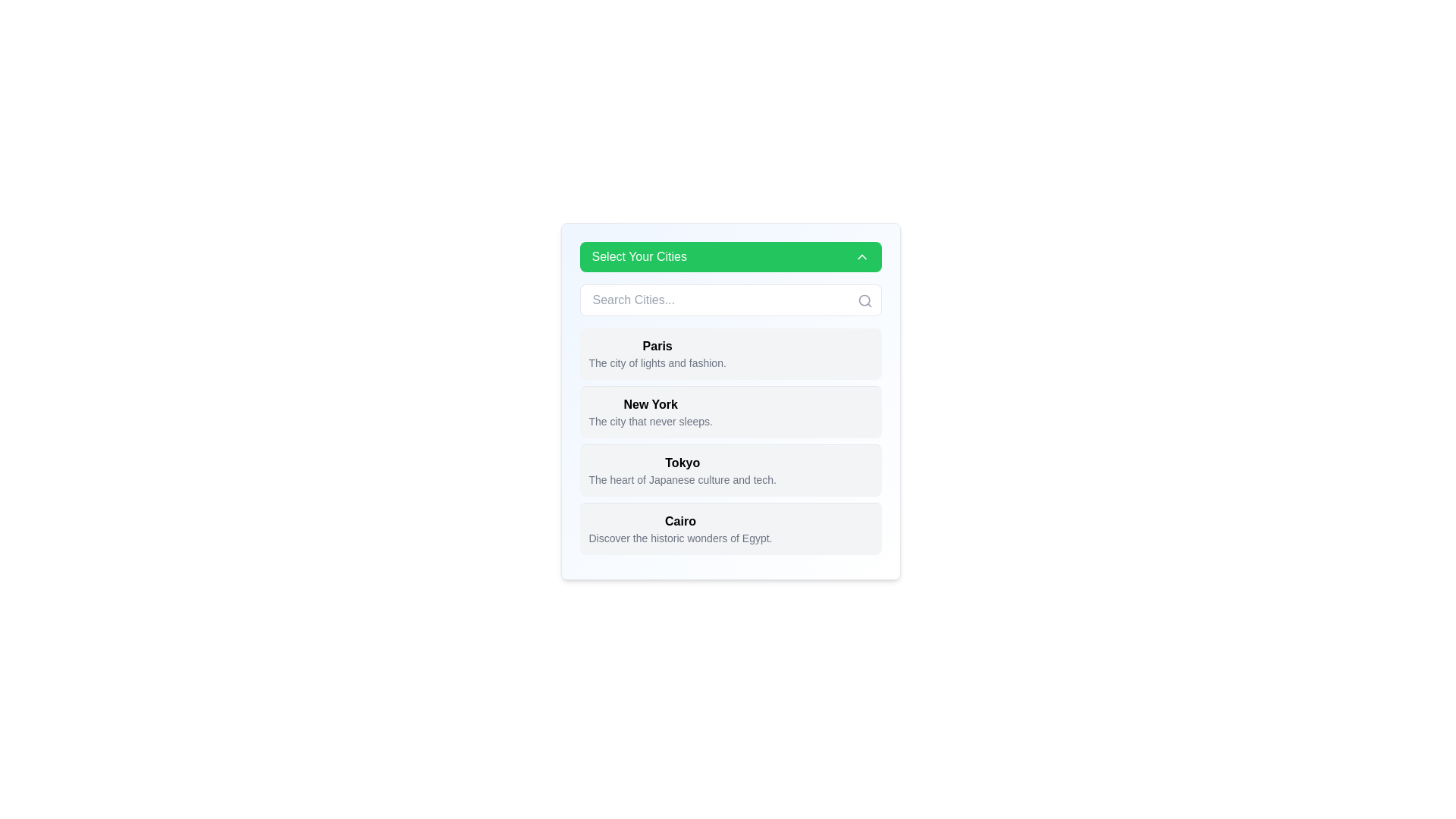  I want to click on descriptive text label directly underneath the bold title 'Paris' in the first item of the vertical list of cities, so click(657, 362).